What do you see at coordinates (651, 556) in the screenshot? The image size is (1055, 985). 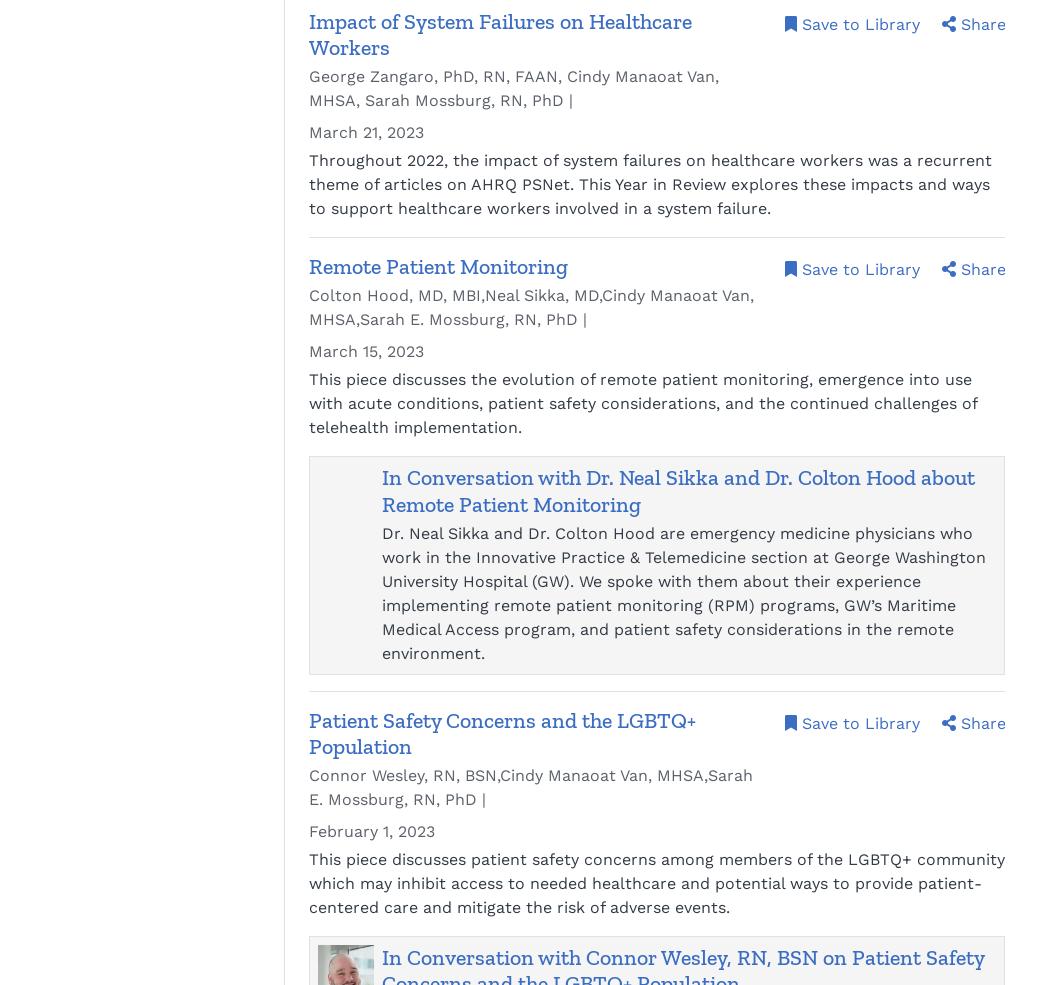 I see `'Innovative Practice & Telemedicine section at'` at bounding box center [651, 556].